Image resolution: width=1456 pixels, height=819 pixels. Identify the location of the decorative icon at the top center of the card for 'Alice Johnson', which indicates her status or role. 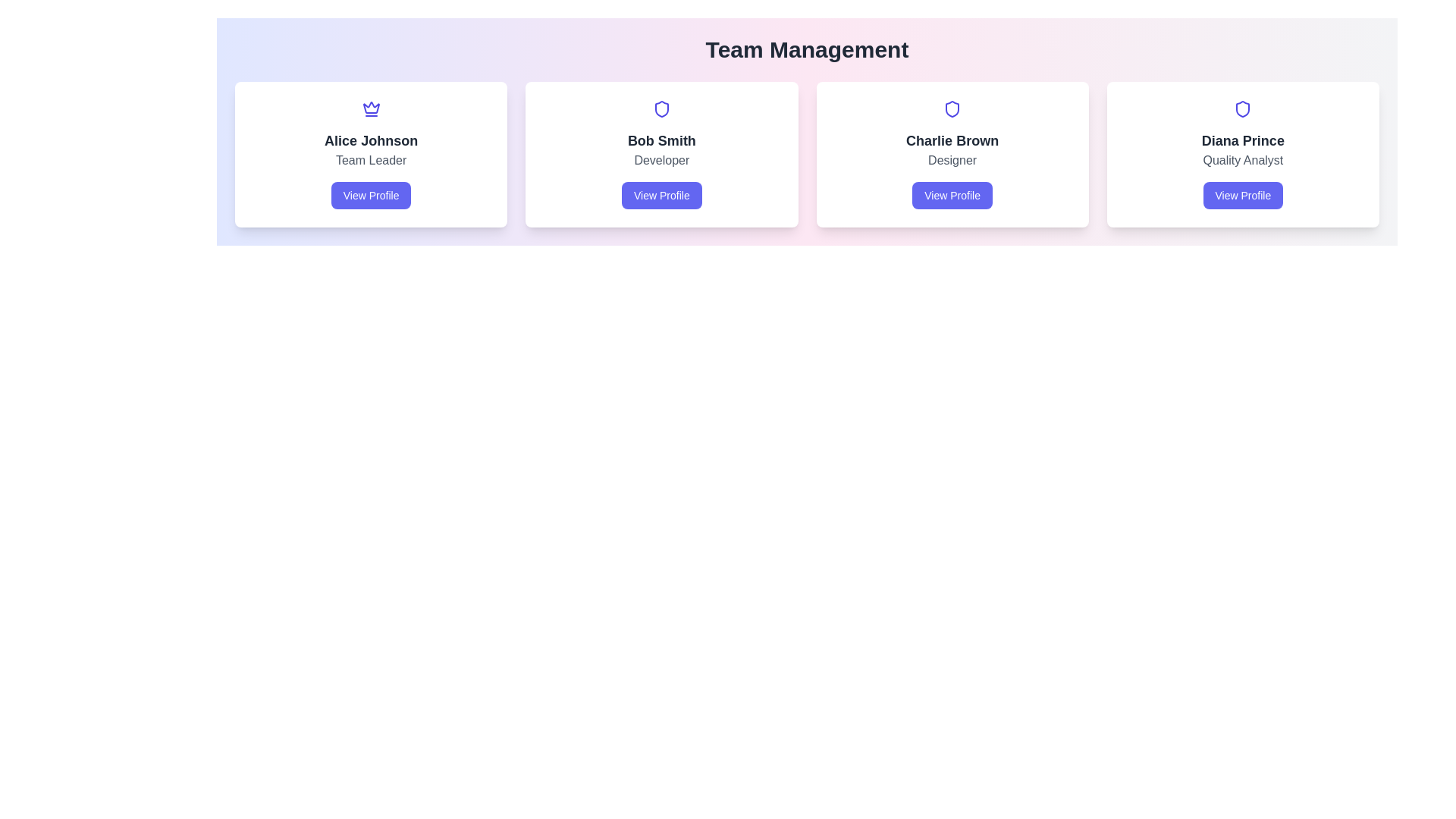
(371, 108).